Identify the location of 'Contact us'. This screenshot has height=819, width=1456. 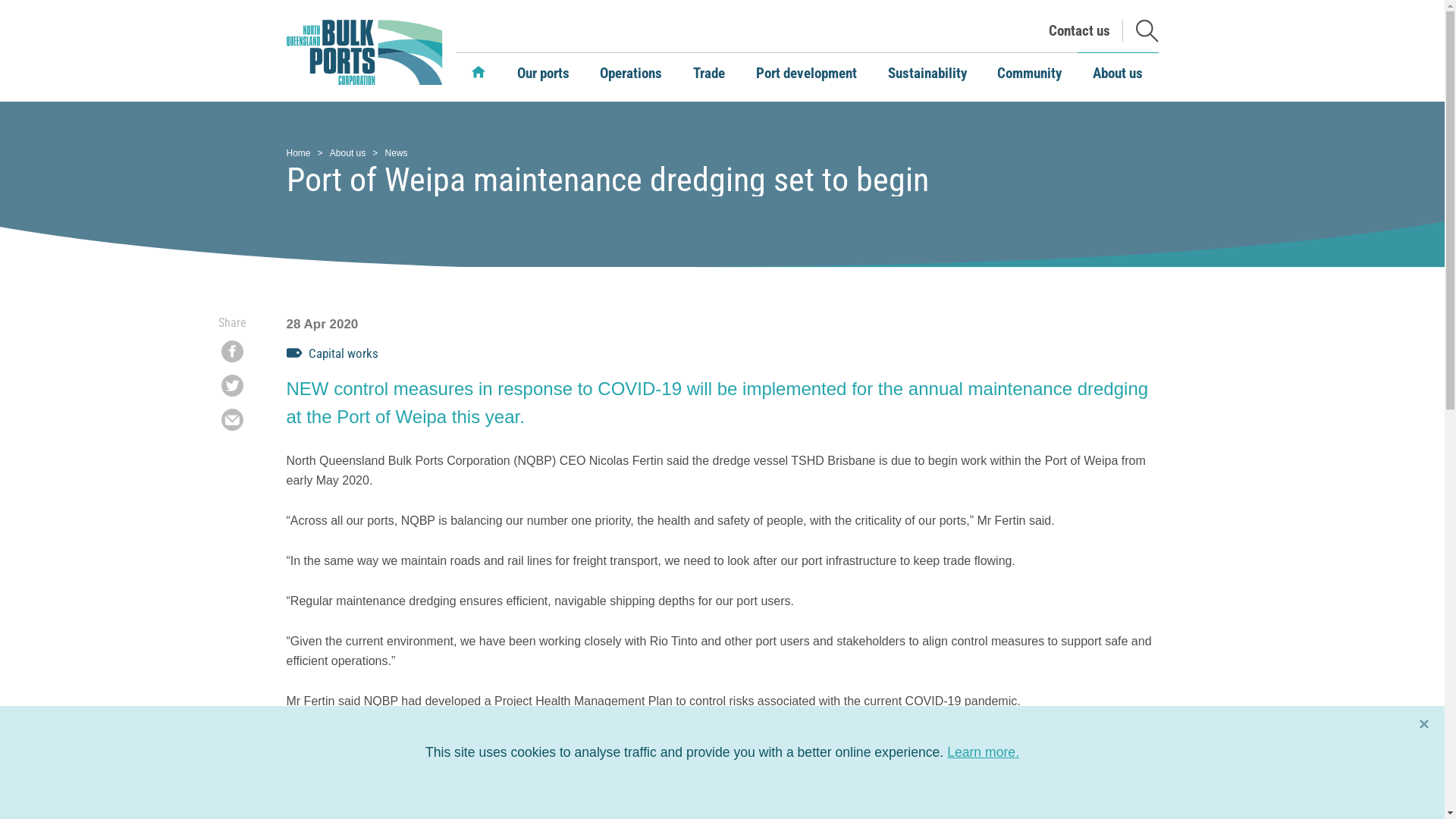
(1078, 31).